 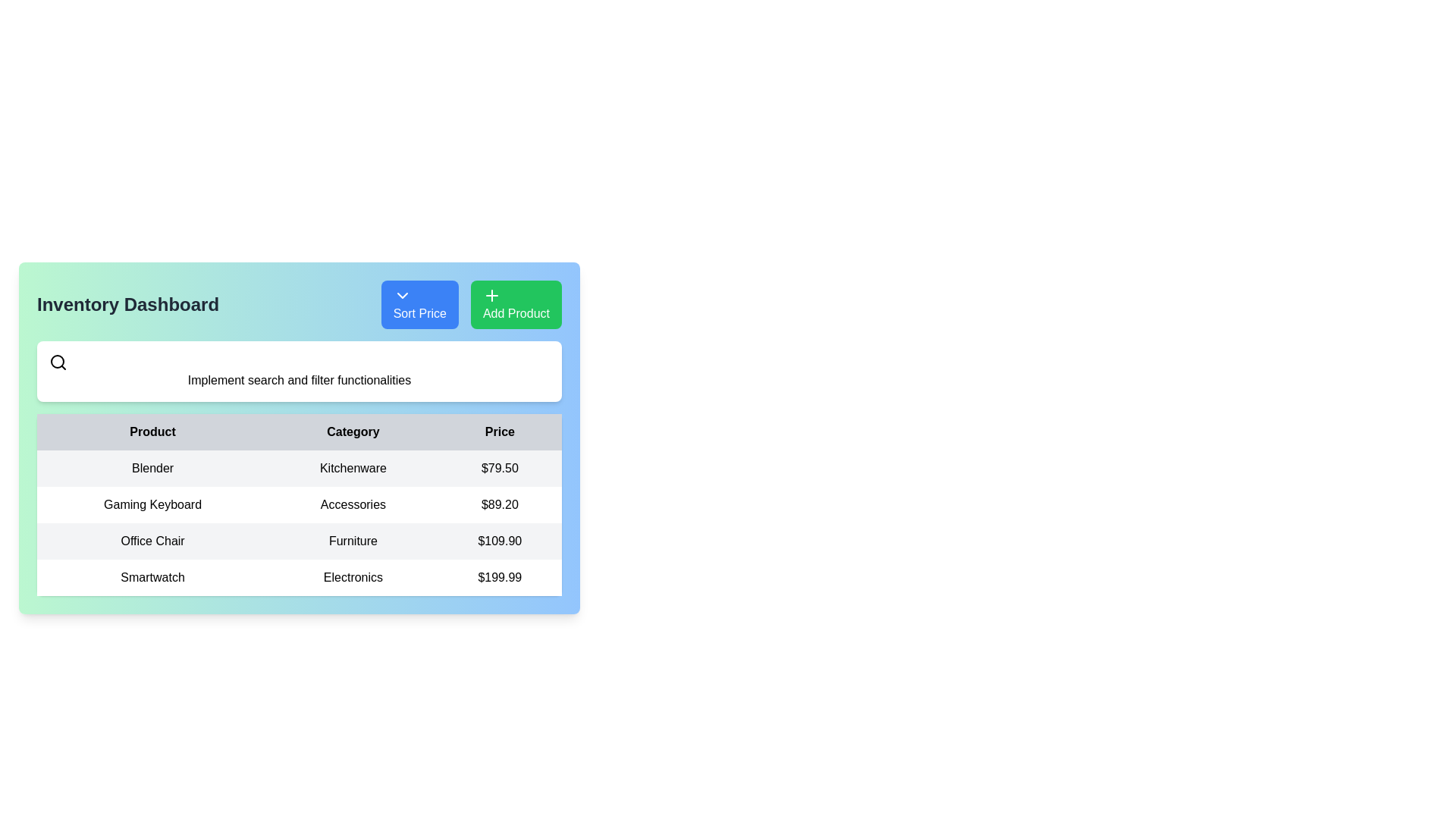 I want to click on within the inventory management table to interact with specific items, so click(x=299, y=438).